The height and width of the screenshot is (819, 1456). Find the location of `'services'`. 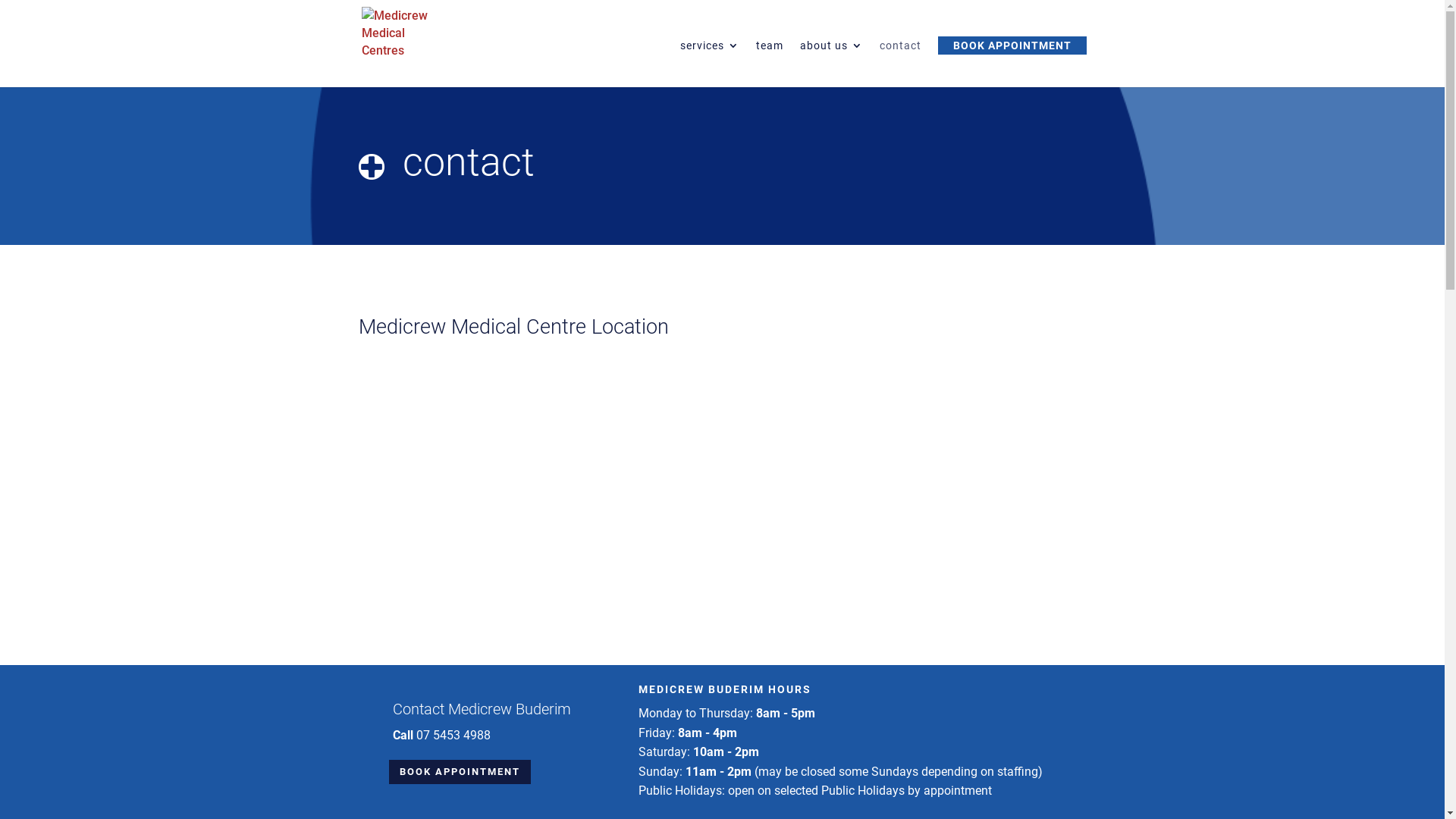

'services' is located at coordinates (679, 63).